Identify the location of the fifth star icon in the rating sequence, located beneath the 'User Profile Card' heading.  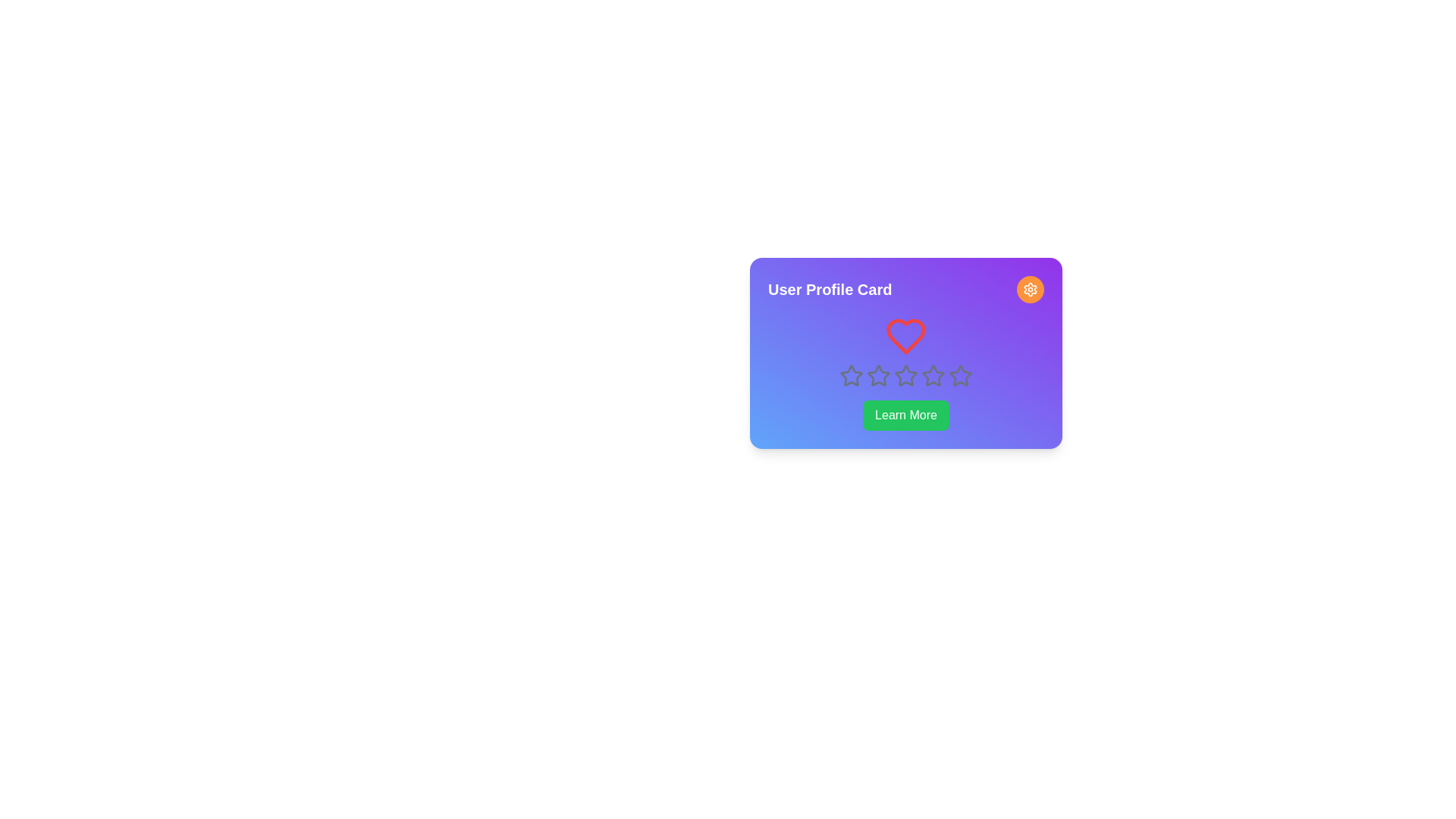
(960, 375).